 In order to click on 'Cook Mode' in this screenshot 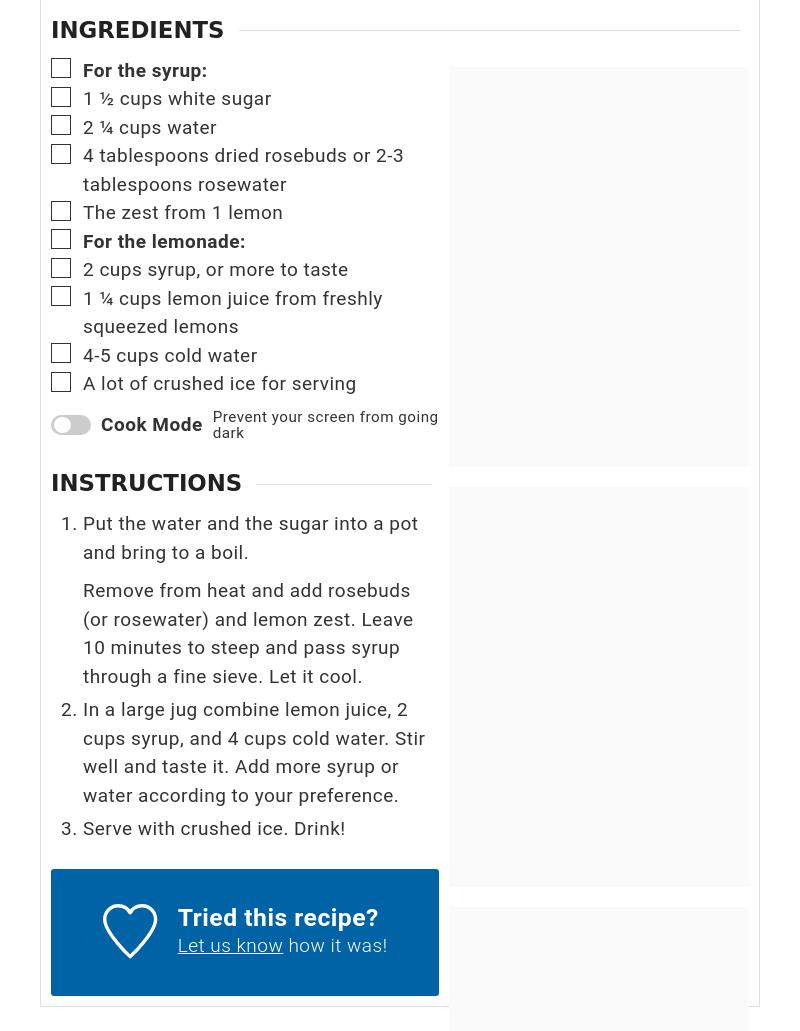, I will do `click(151, 424)`.